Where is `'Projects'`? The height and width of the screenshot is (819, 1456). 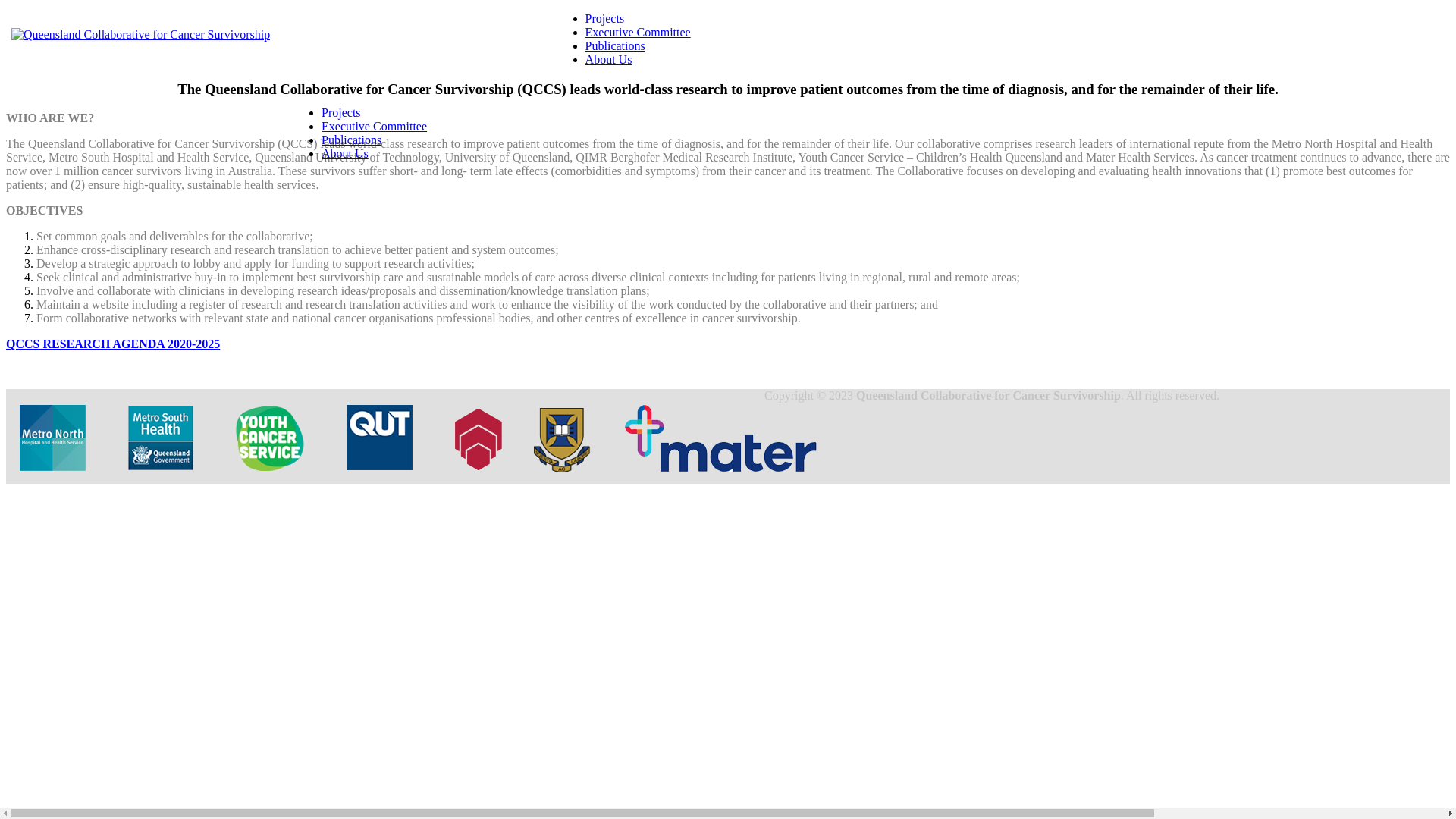 'Projects' is located at coordinates (340, 111).